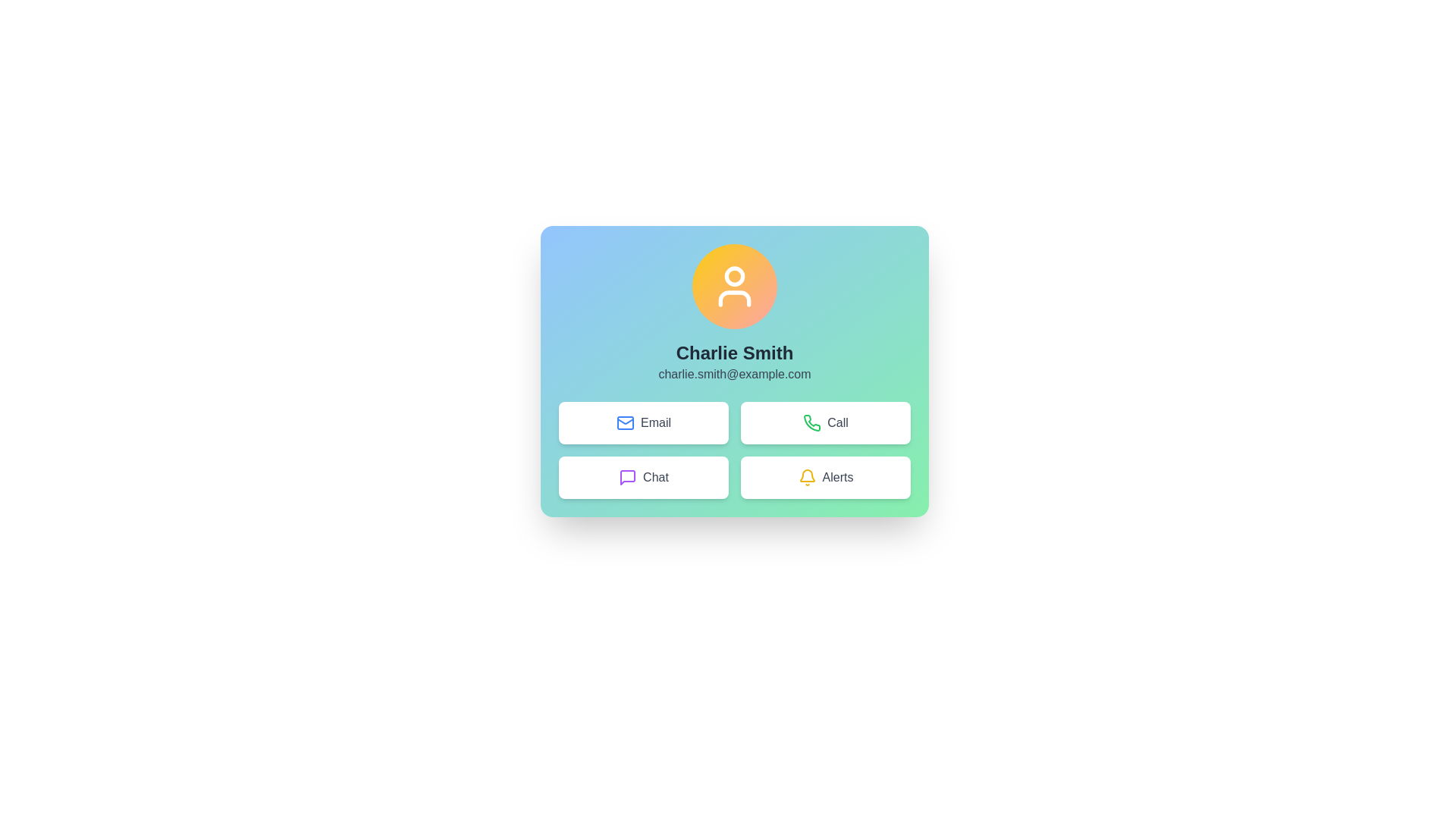  Describe the element at coordinates (735, 353) in the screenshot. I see `the text representing the user's name located at the top-center of the card-like component, positioned below the user icon and above the email address` at that location.